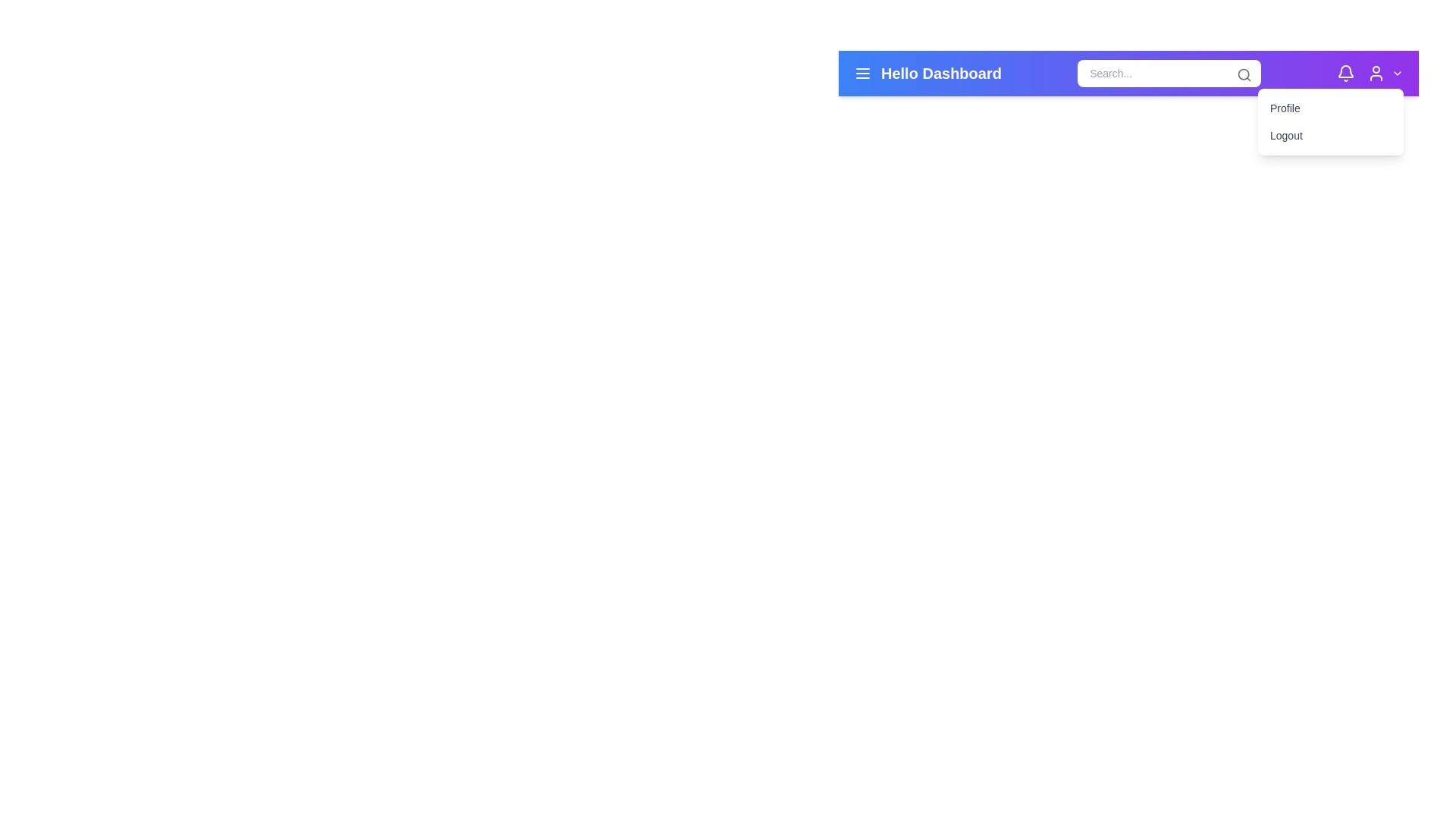 The image size is (1456, 819). I want to click on the chevron-down icon located at the far right of the horizontal navigation bar, so click(1397, 73).